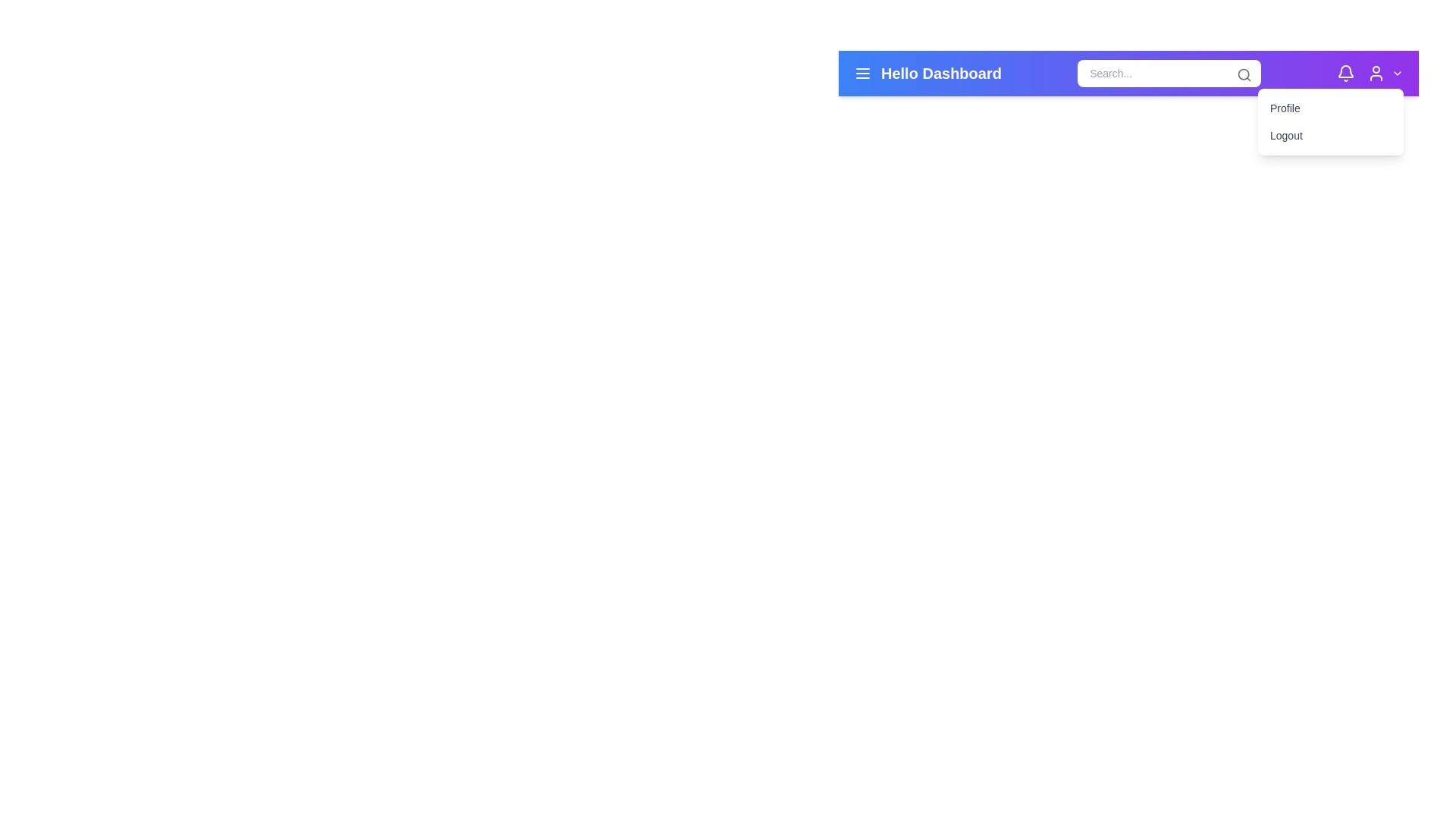 The image size is (1456, 819). I want to click on the chevron-down icon located at the far right of the horizontal navigation bar, so click(1397, 73).